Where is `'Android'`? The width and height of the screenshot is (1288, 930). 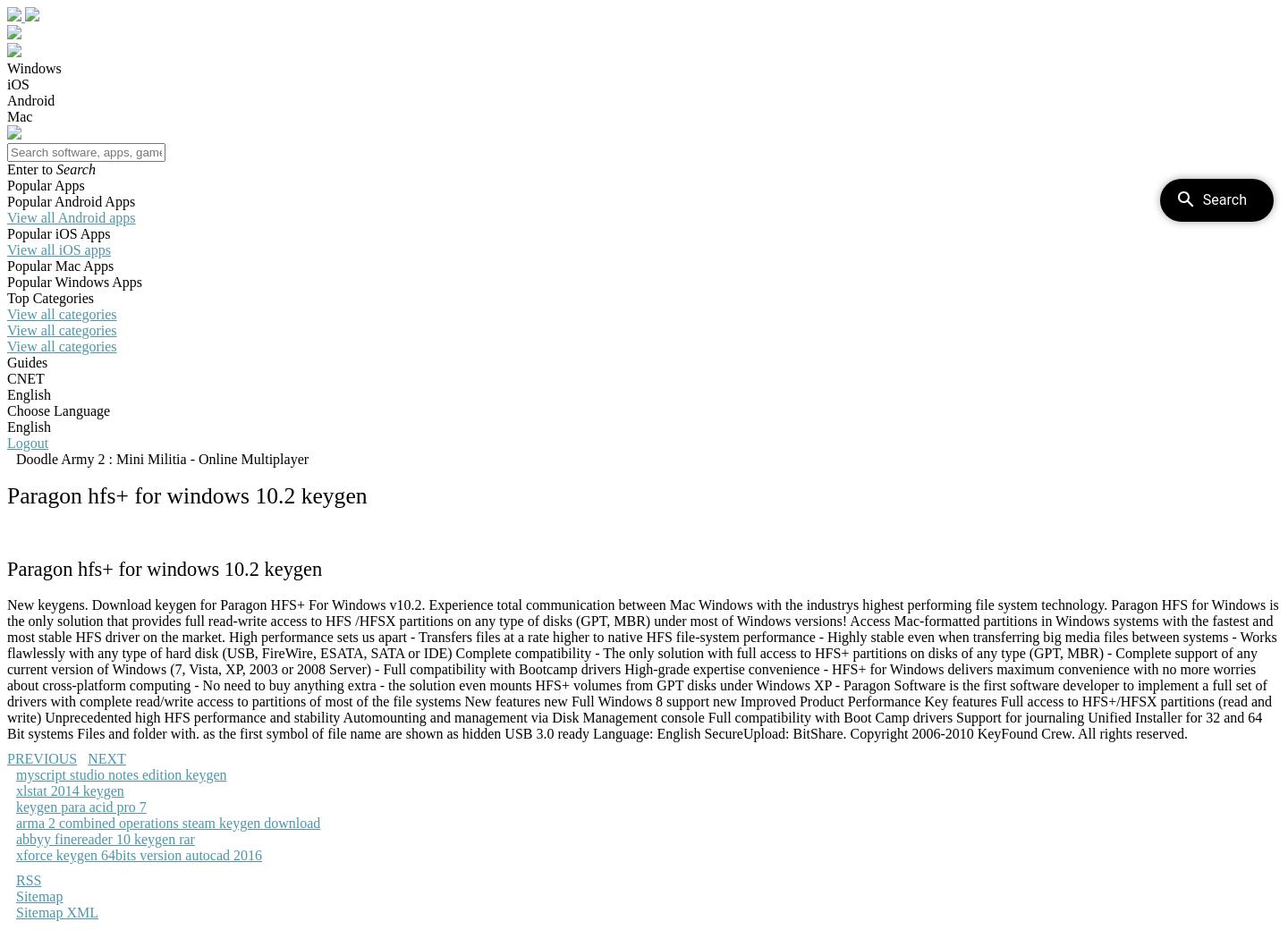
'Android' is located at coordinates (30, 99).